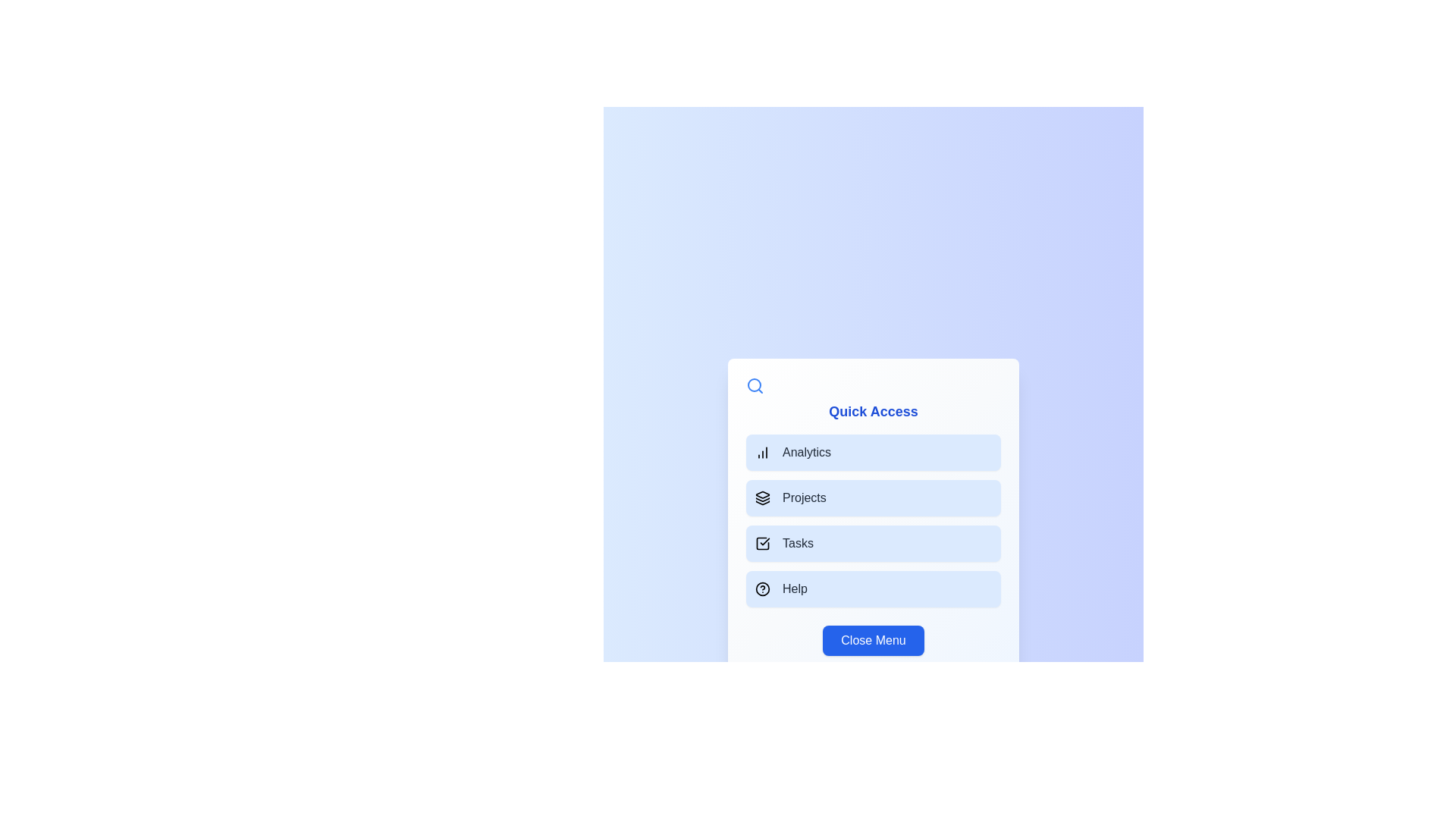 This screenshot has width=1456, height=819. I want to click on the menu option Help, so click(874, 588).